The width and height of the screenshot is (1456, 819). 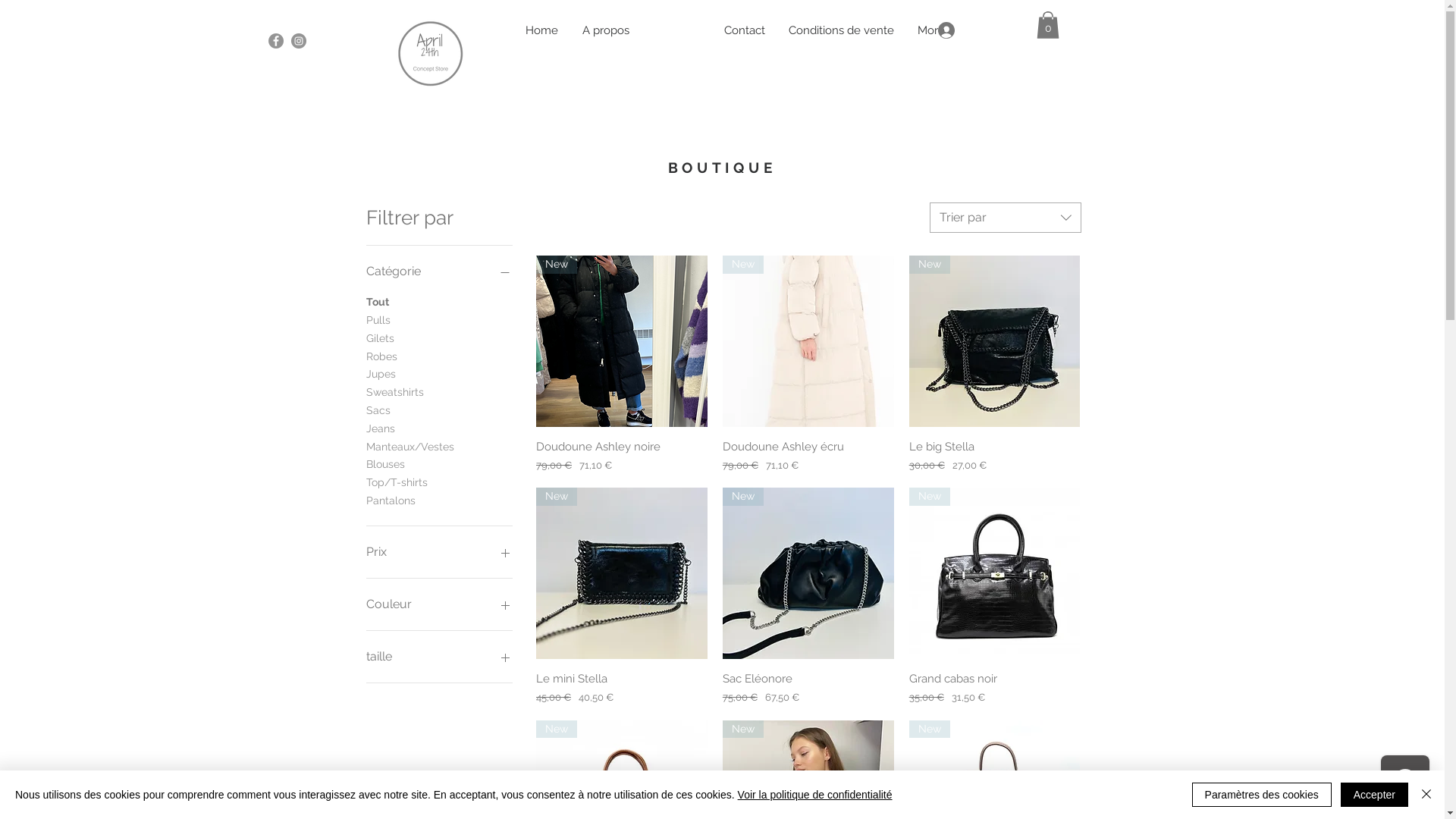 What do you see at coordinates (541, 30) in the screenshot?
I see `'Home'` at bounding box center [541, 30].